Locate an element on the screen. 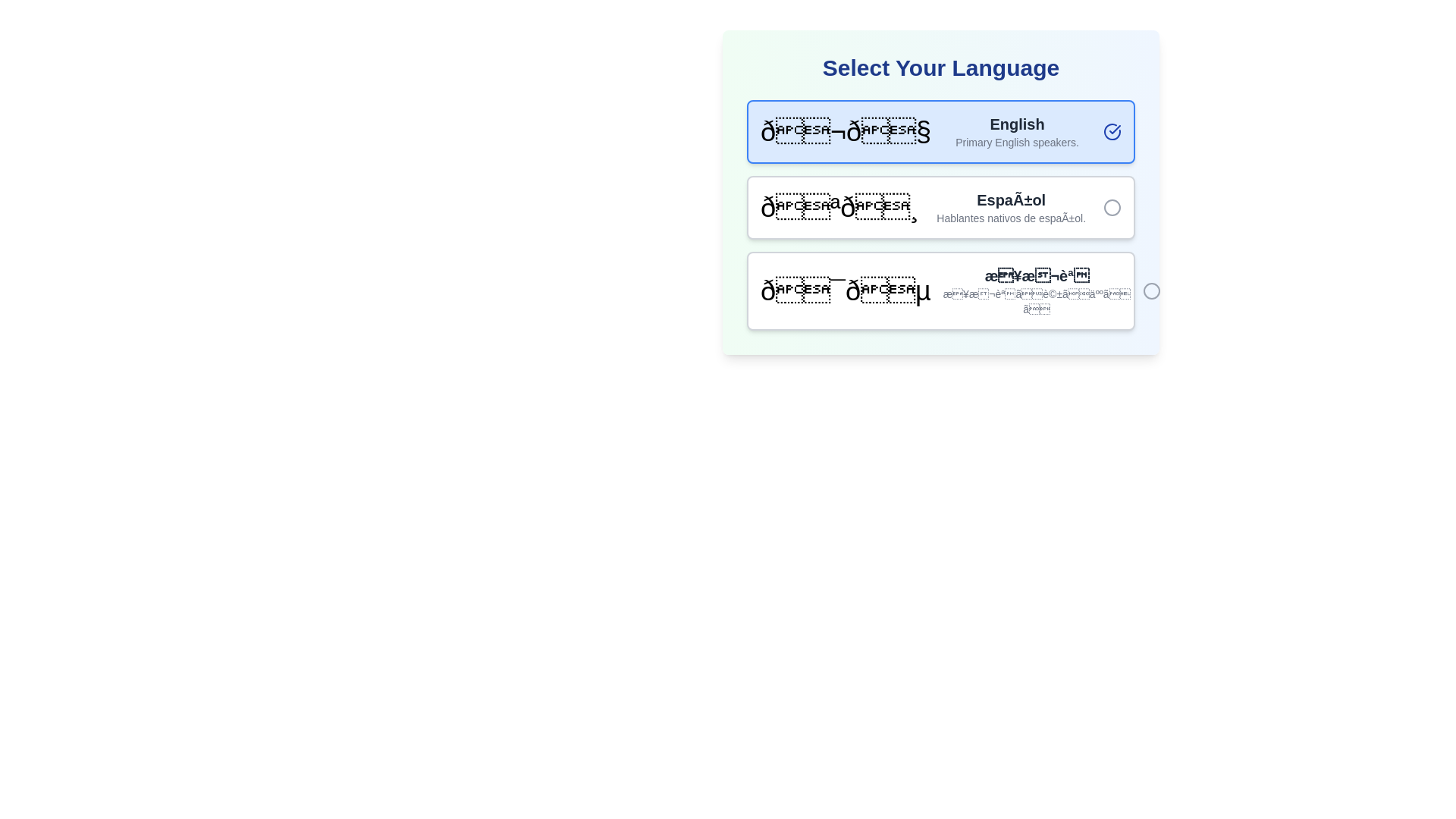 The image size is (1456, 819). the 'Español' language selection panel is located at coordinates (940, 207).